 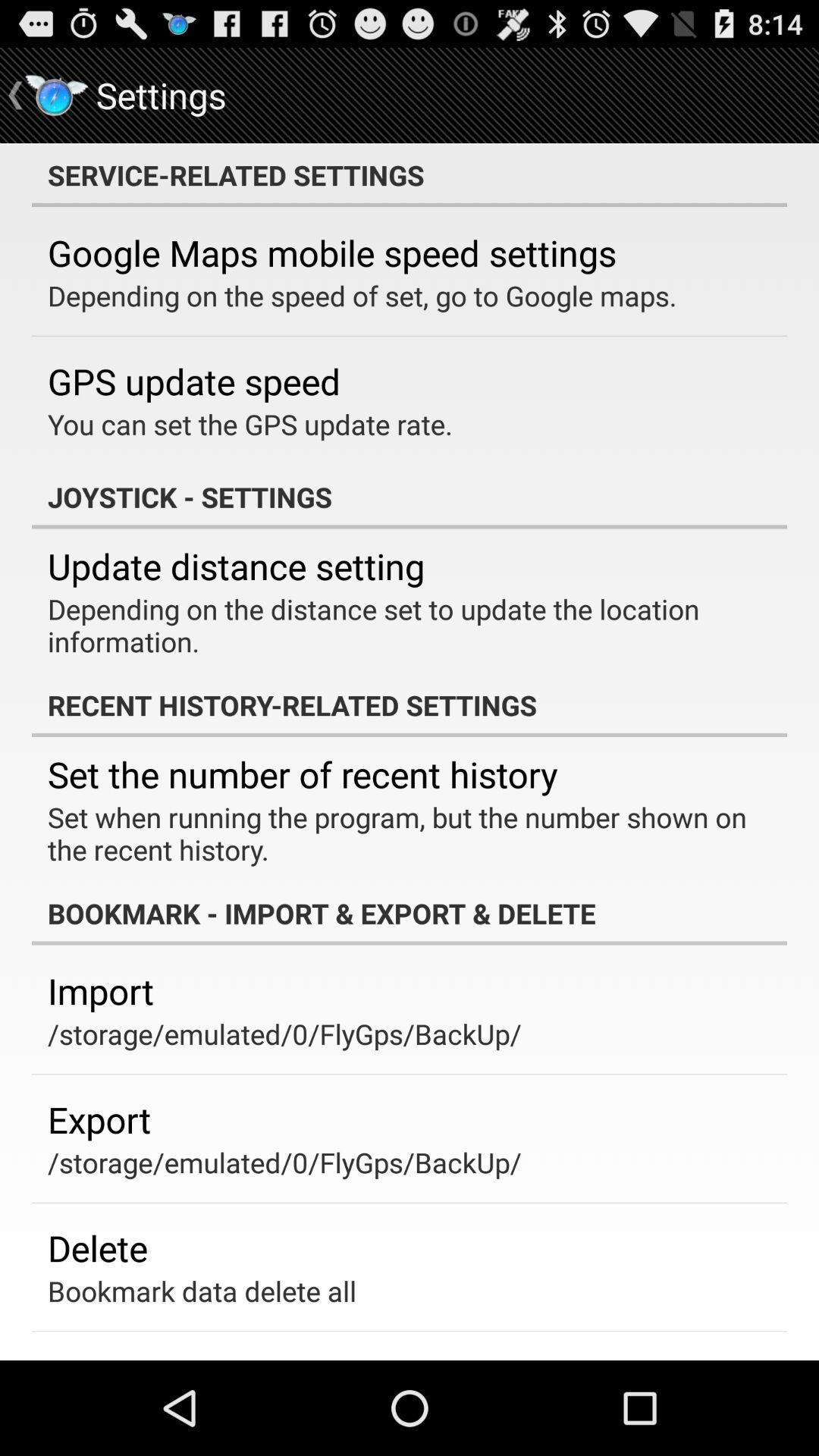 I want to click on the item above the import, so click(x=409, y=912).